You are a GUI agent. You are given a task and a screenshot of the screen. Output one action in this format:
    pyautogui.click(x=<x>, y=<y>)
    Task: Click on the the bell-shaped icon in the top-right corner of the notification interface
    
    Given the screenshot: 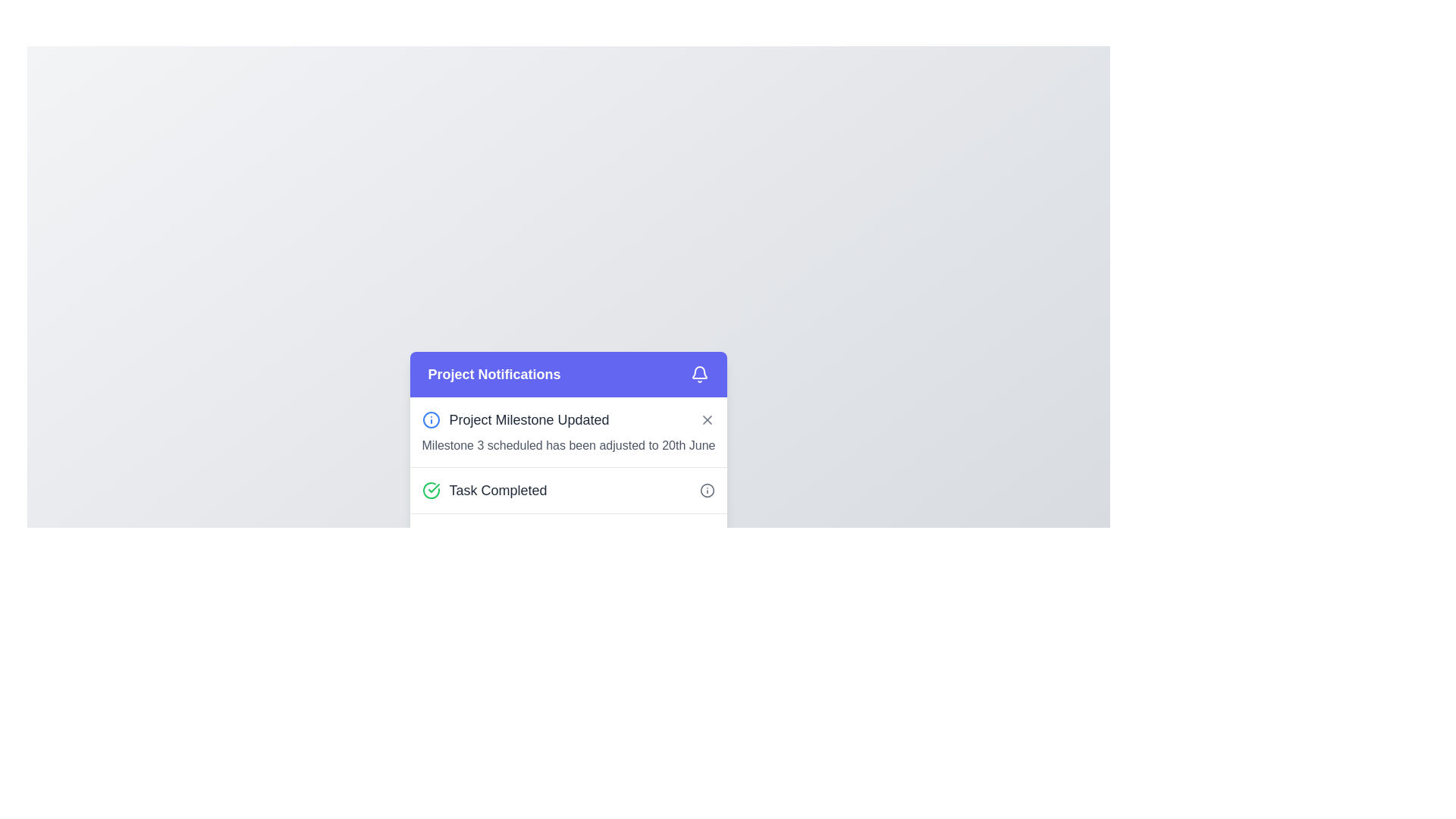 What is the action you would take?
    pyautogui.click(x=699, y=372)
    